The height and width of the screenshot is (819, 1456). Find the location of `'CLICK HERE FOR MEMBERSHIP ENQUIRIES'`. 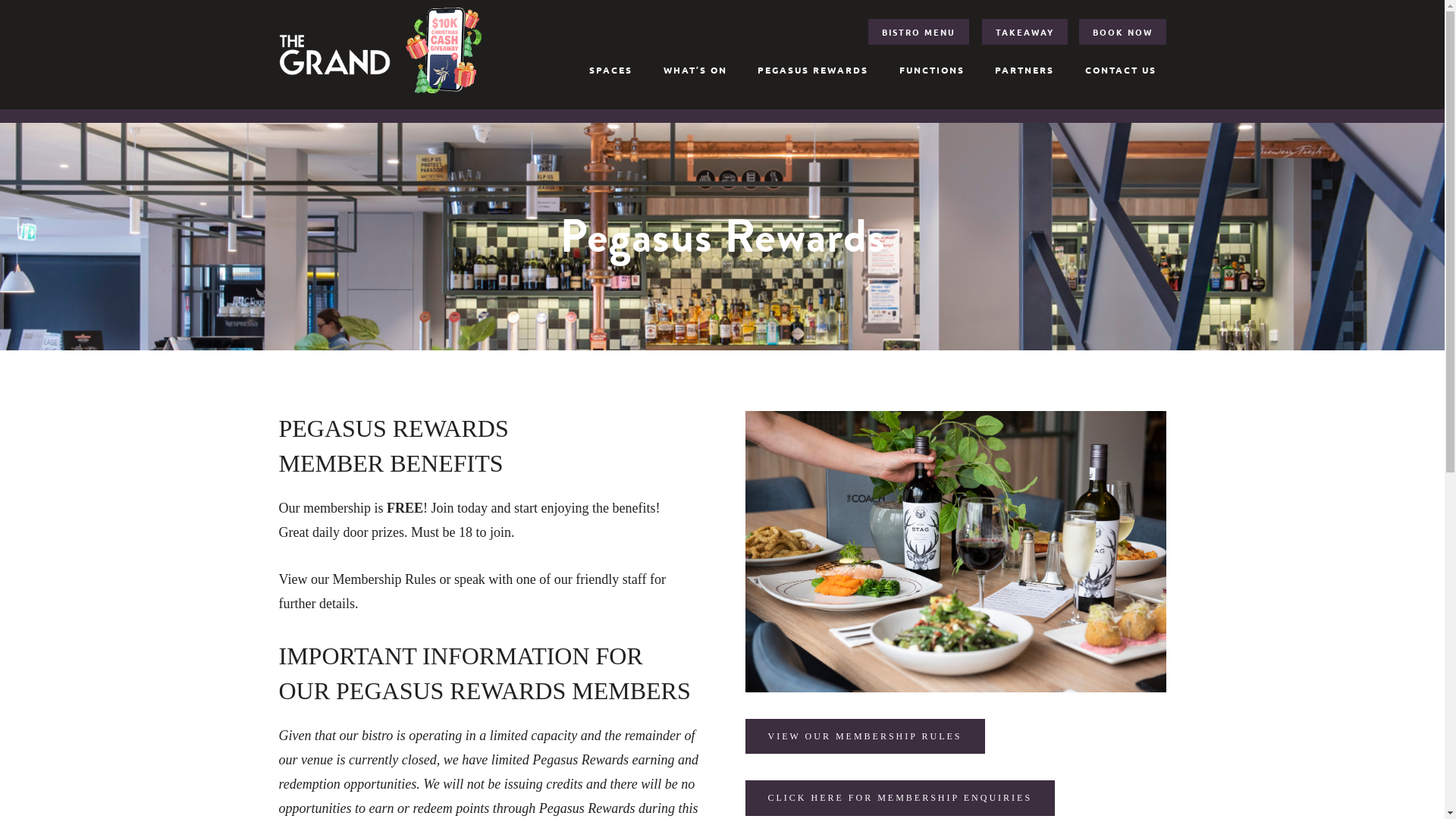

'CLICK HERE FOR MEMBERSHIP ENQUIRIES' is located at coordinates (899, 797).